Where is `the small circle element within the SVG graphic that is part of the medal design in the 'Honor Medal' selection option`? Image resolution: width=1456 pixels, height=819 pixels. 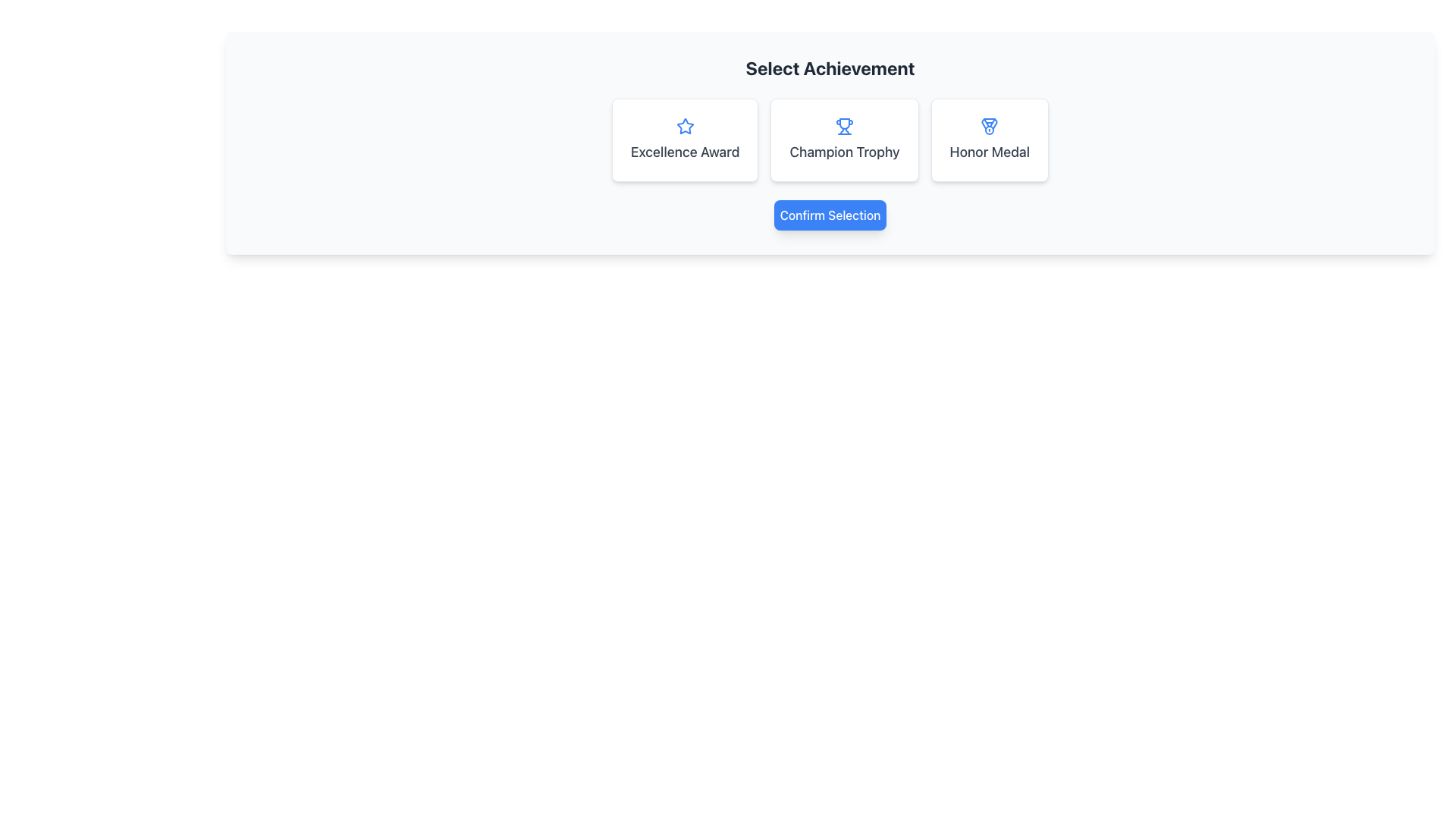 the small circle element within the SVG graphic that is part of the medal design in the 'Honor Medal' selection option is located at coordinates (990, 130).